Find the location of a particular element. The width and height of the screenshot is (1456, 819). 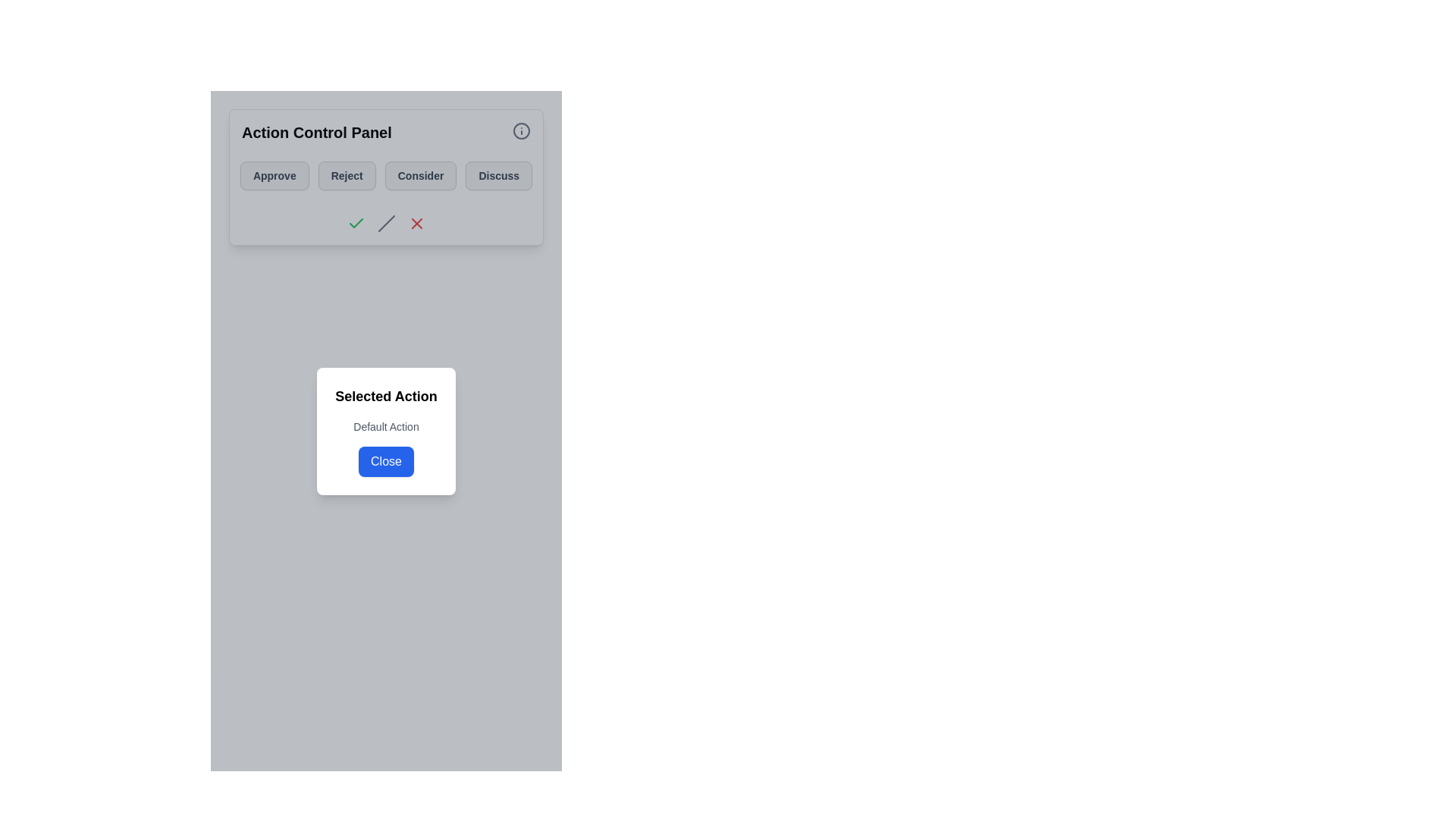

the circular grayish icon with an exclamation mark inside, located is located at coordinates (521, 130).